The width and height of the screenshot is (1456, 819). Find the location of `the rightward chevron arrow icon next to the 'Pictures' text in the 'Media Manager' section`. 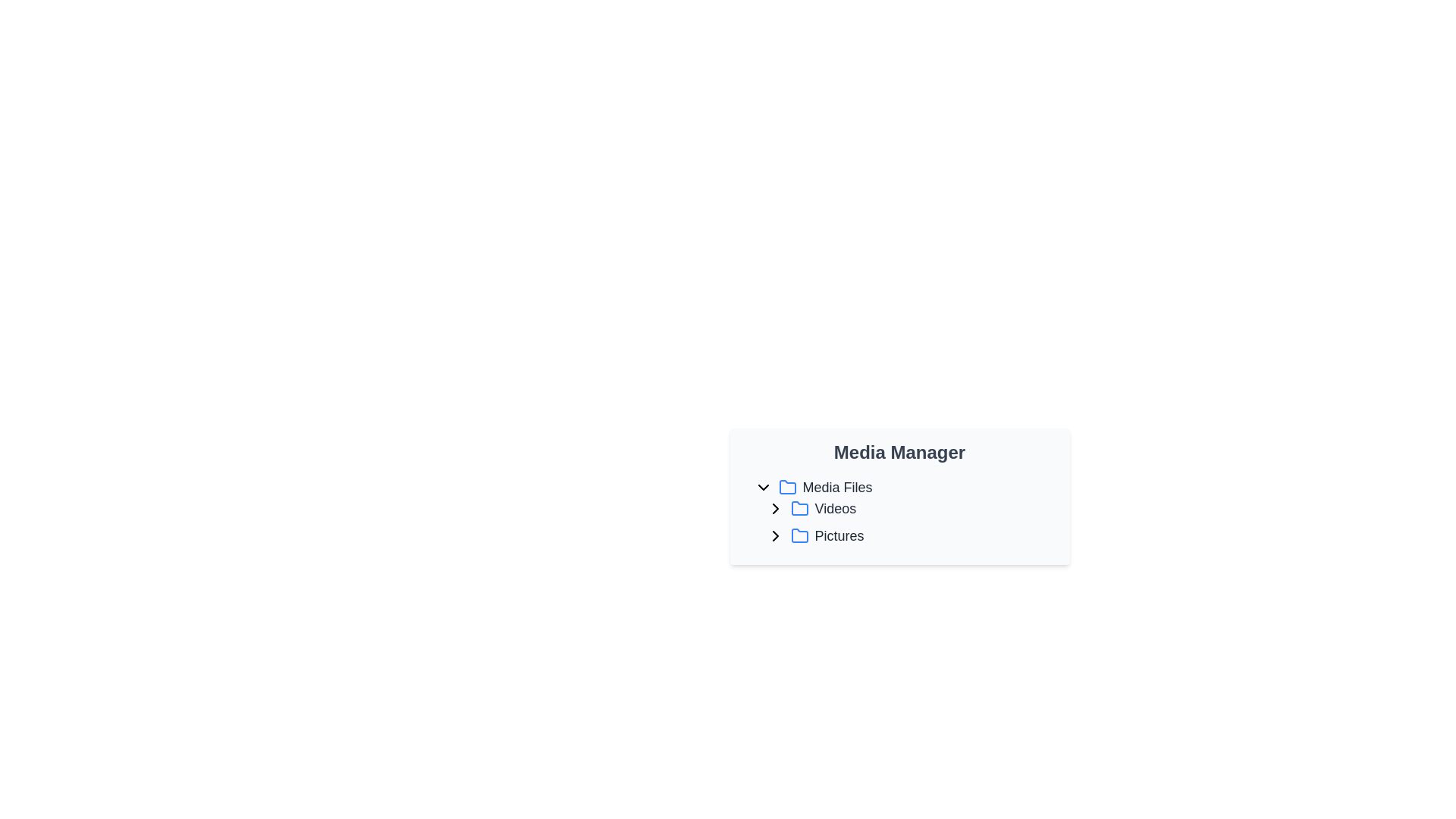

the rightward chevron arrow icon next to the 'Pictures' text in the 'Media Manager' section is located at coordinates (775, 535).